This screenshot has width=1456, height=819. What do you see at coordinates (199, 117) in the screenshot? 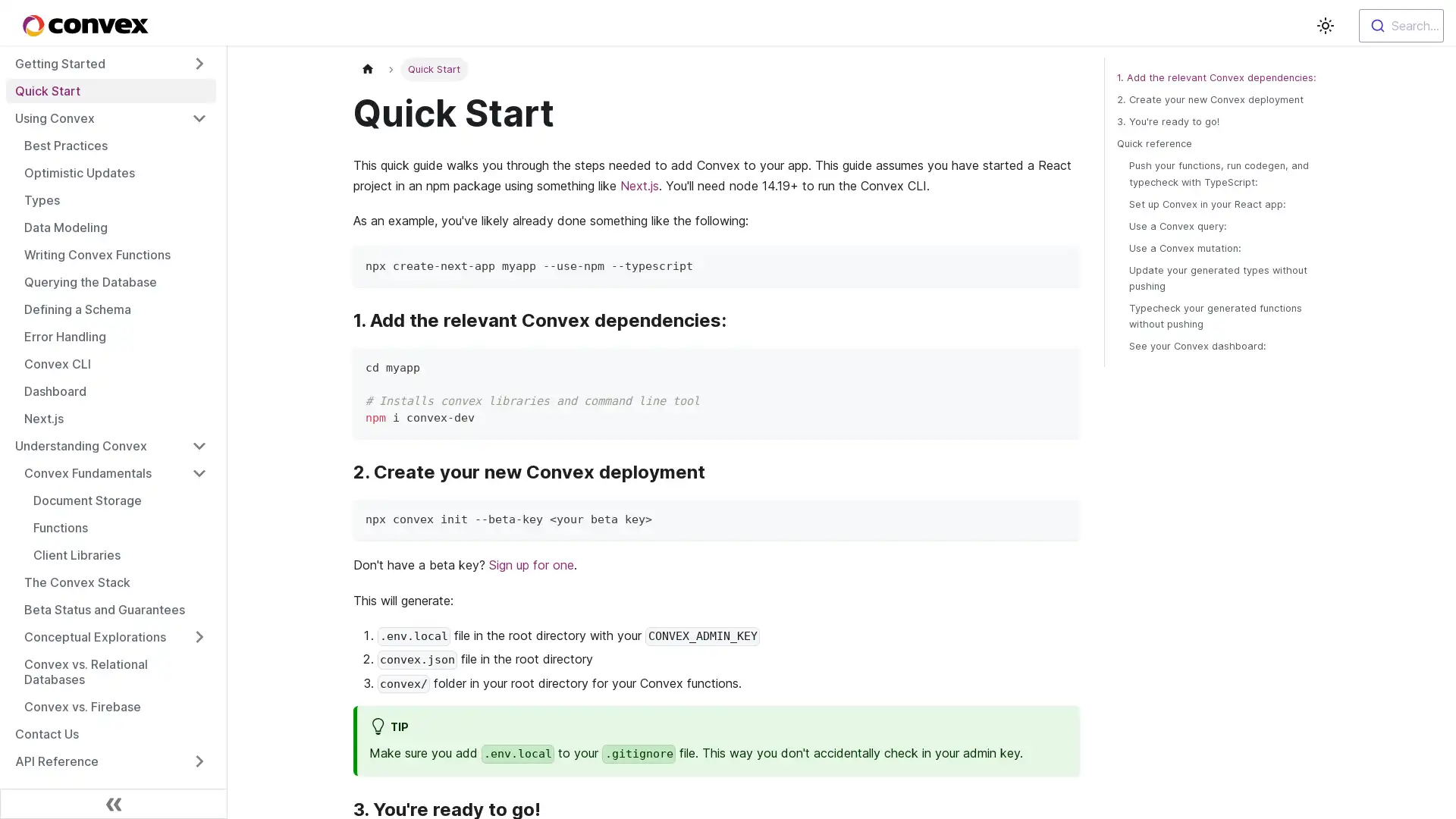
I see `Toggle the collapsible sidebar category 'Using Convex'` at bounding box center [199, 117].